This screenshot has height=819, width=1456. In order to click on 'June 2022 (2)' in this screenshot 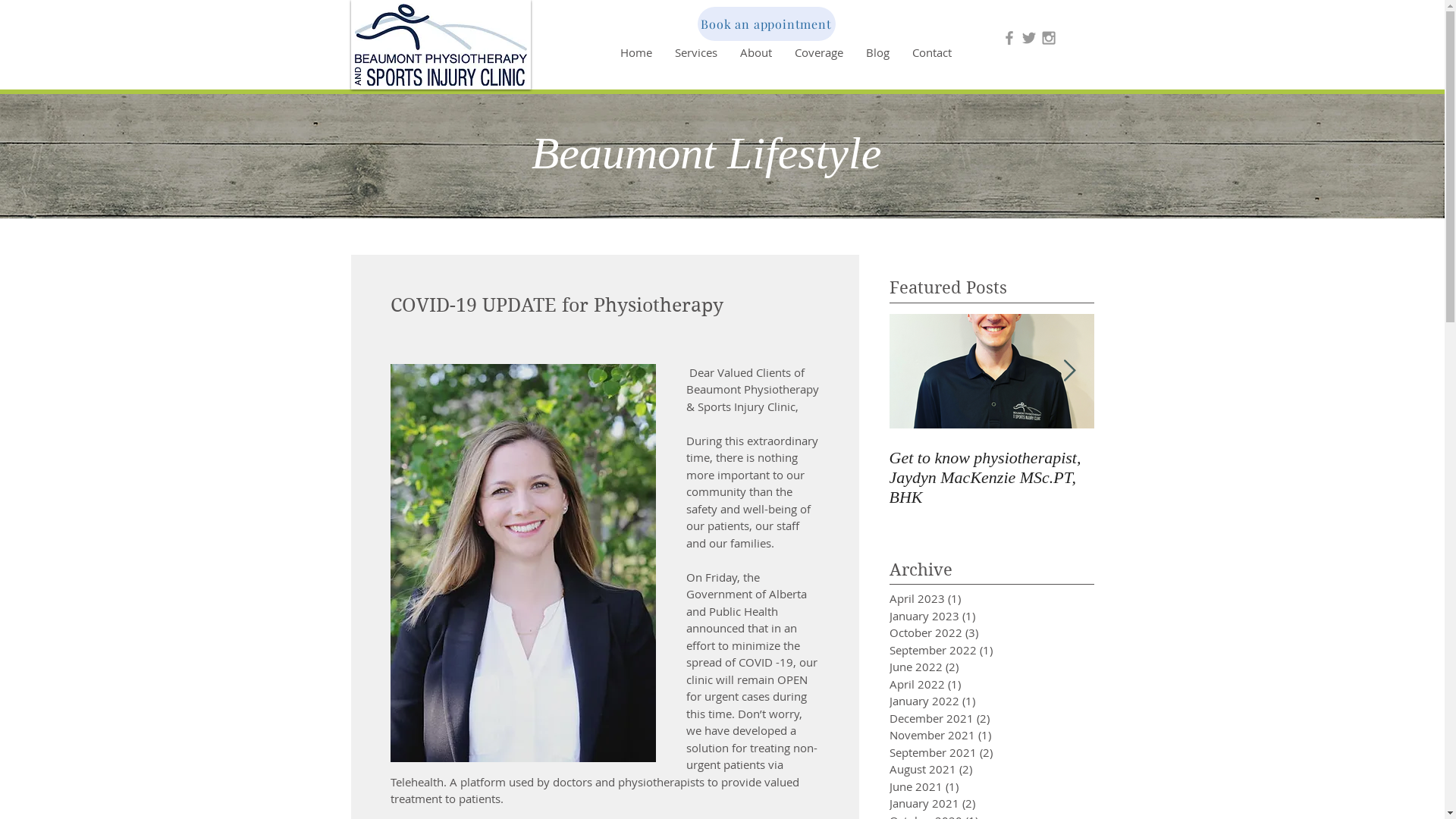, I will do `click(967, 666)`.